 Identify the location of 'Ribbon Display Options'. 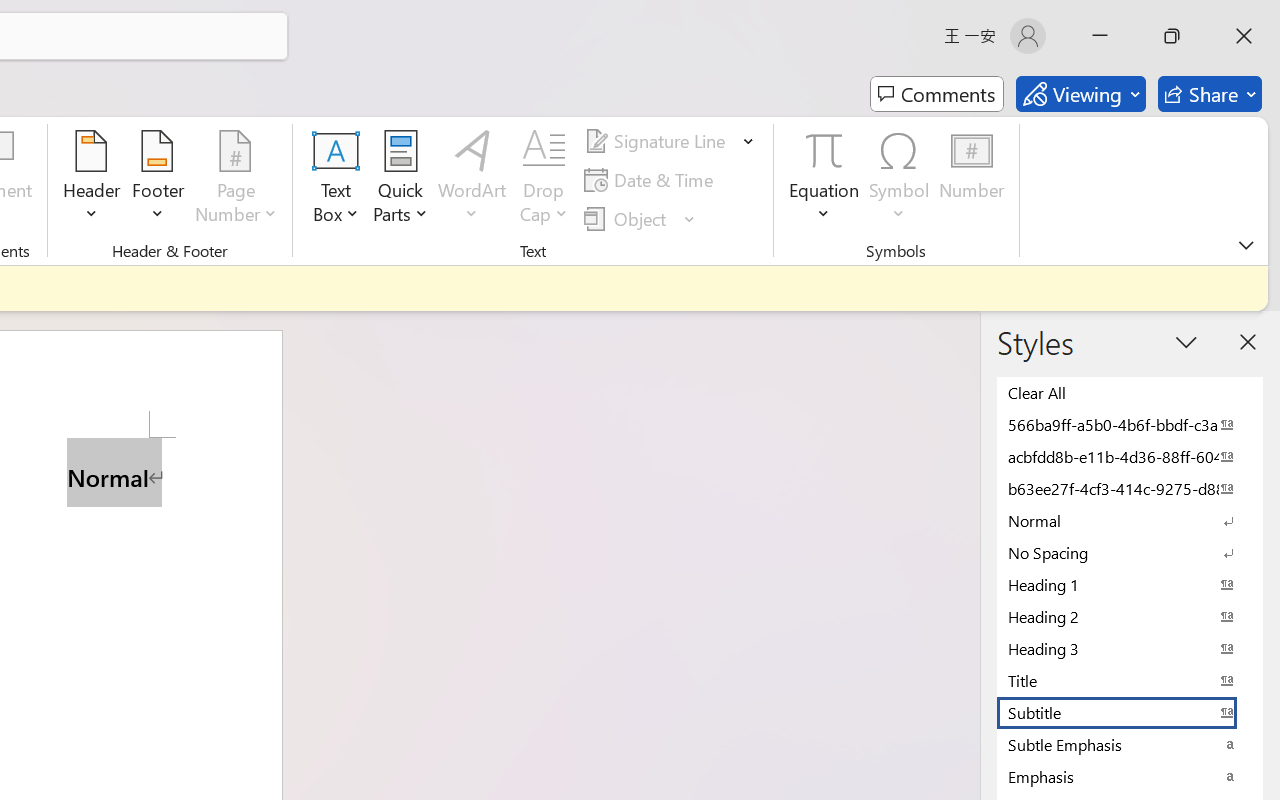
(1245, 244).